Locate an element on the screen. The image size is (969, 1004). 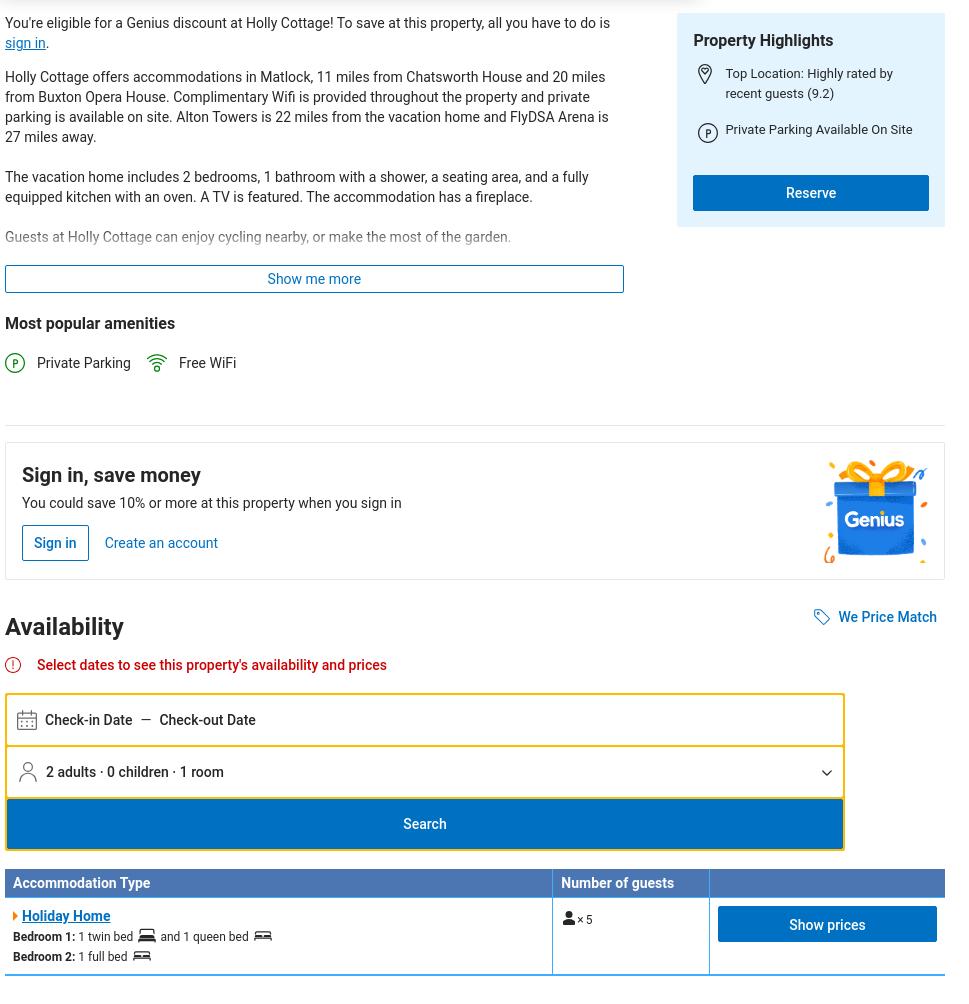
'We Price Match' is located at coordinates (887, 616).